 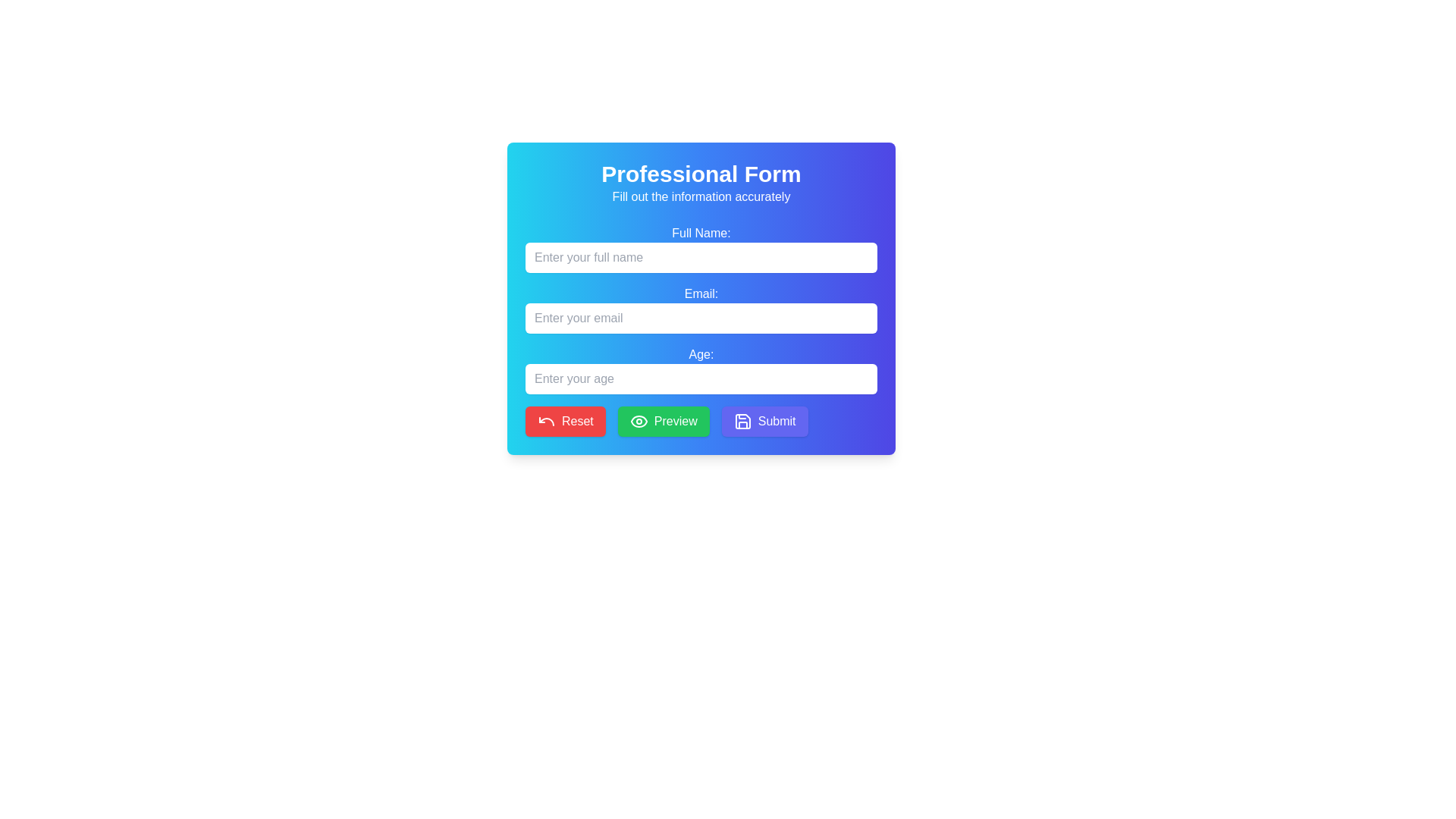 I want to click on the text label indicating the user's age in the central section of the form, which is positioned above the associated input field for age entry, so click(x=701, y=354).